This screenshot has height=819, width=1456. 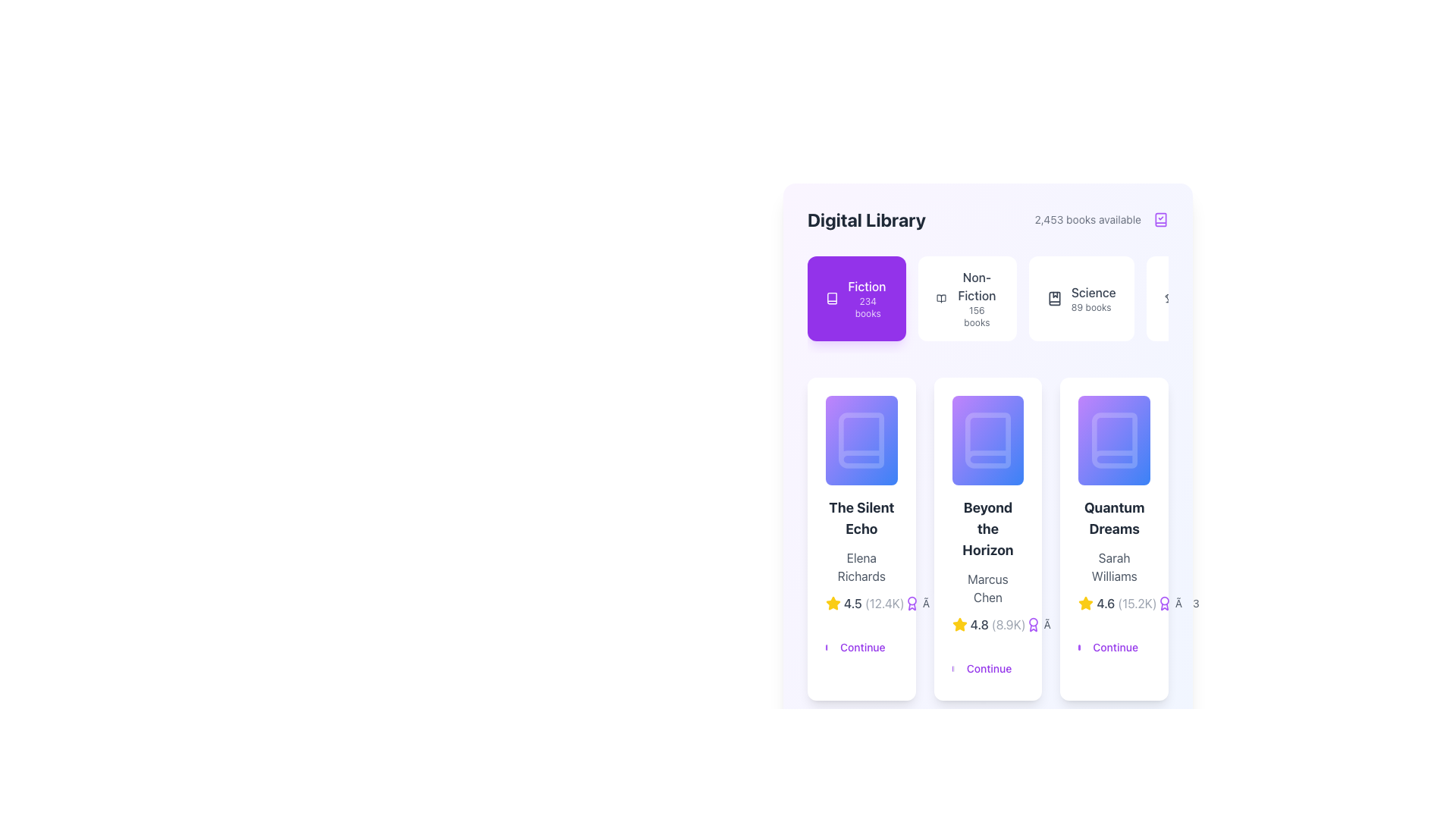 What do you see at coordinates (987, 625) in the screenshot?
I see `the yellow star icon in the rating display` at bounding box center [987, 625].